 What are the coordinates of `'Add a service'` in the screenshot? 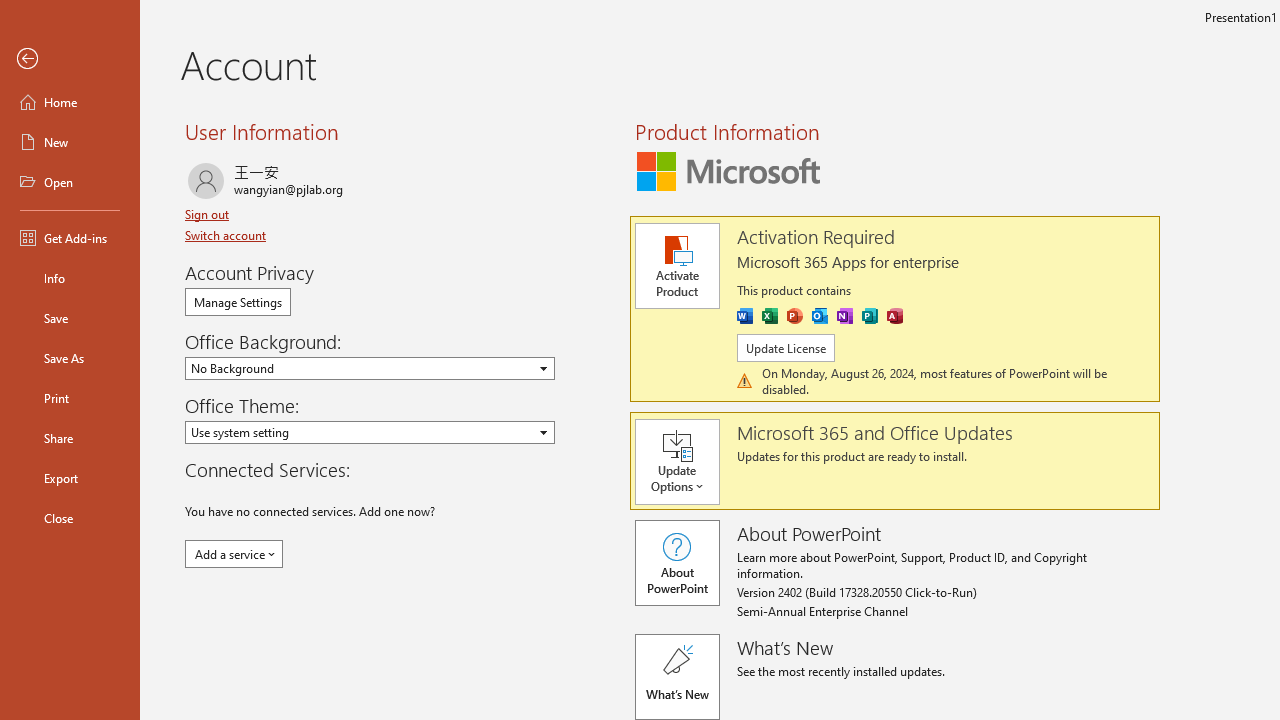 It's located at (234, 554).